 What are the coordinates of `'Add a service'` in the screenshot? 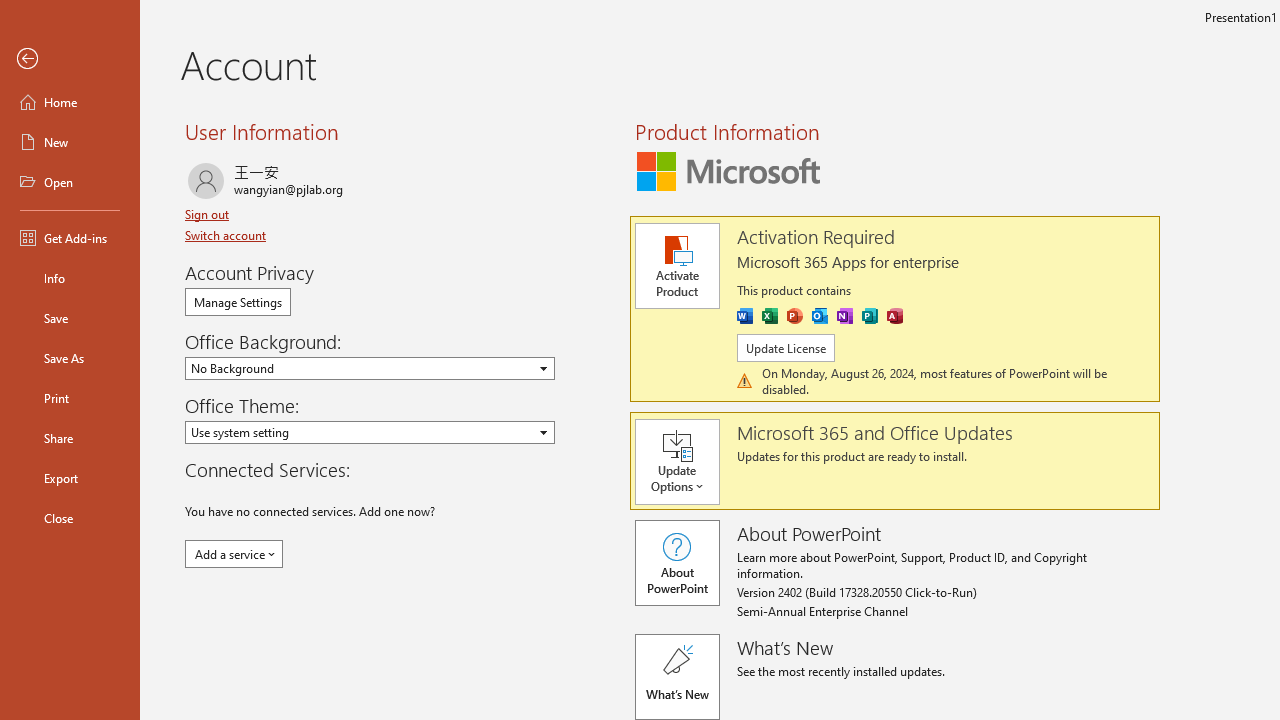 It's located at (234, 554).